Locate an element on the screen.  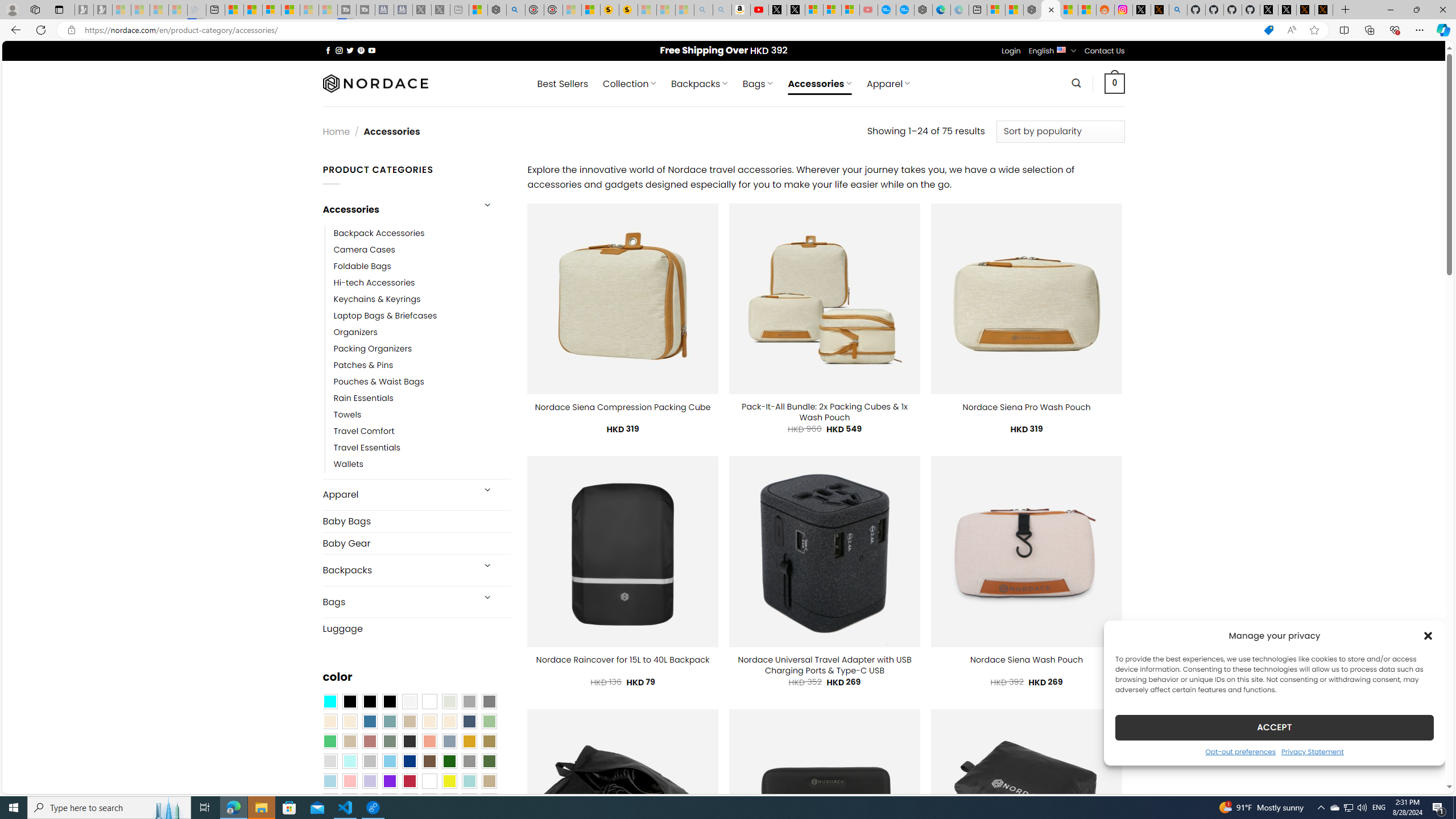
'Rain Essentials' is located at coordinates (421, 398).